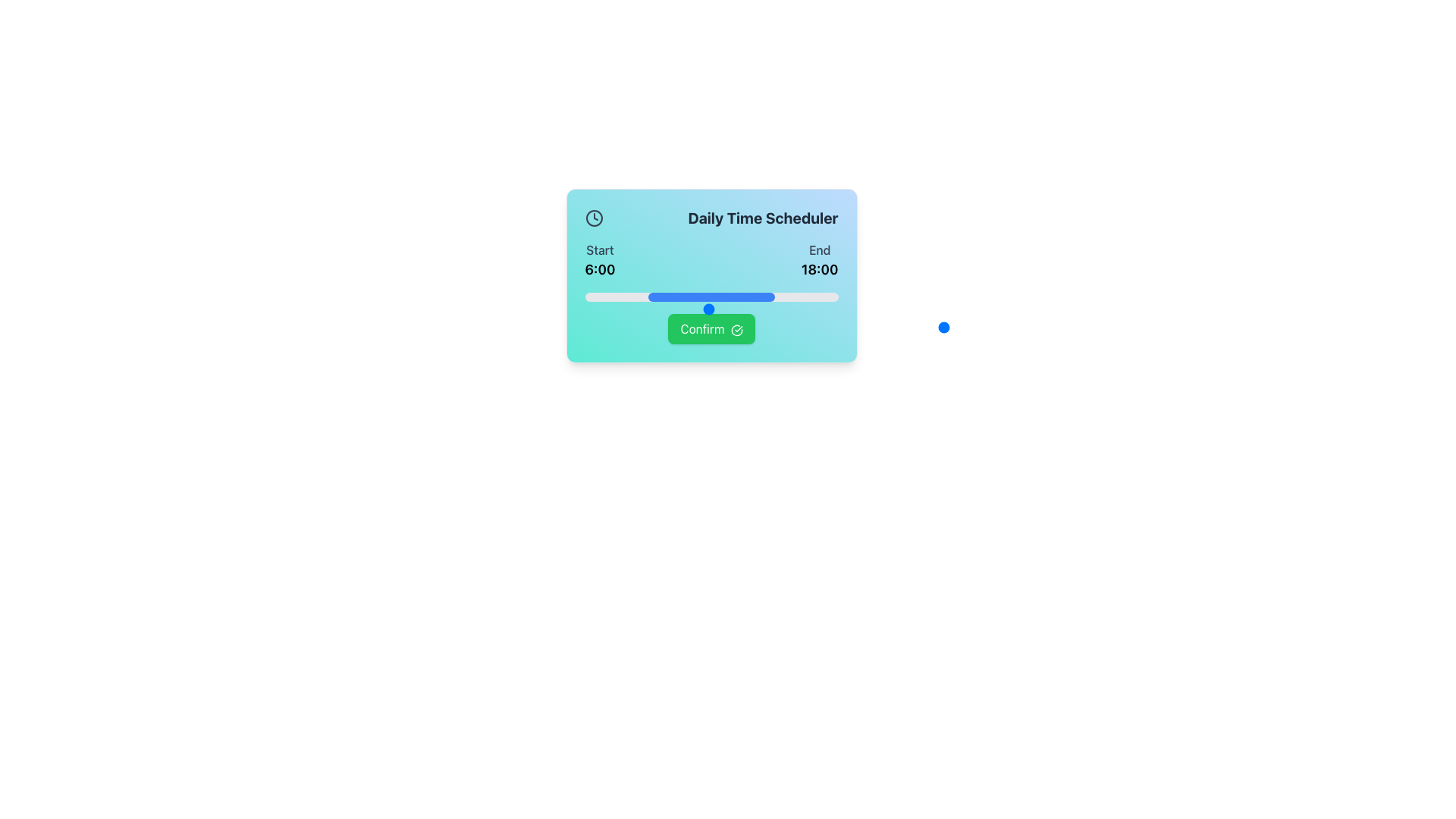 The image size is (1456, 819). What do you see at coordinates (764, 297) in the screenshot?
I see `the slider` at bounding box center [764, 297].